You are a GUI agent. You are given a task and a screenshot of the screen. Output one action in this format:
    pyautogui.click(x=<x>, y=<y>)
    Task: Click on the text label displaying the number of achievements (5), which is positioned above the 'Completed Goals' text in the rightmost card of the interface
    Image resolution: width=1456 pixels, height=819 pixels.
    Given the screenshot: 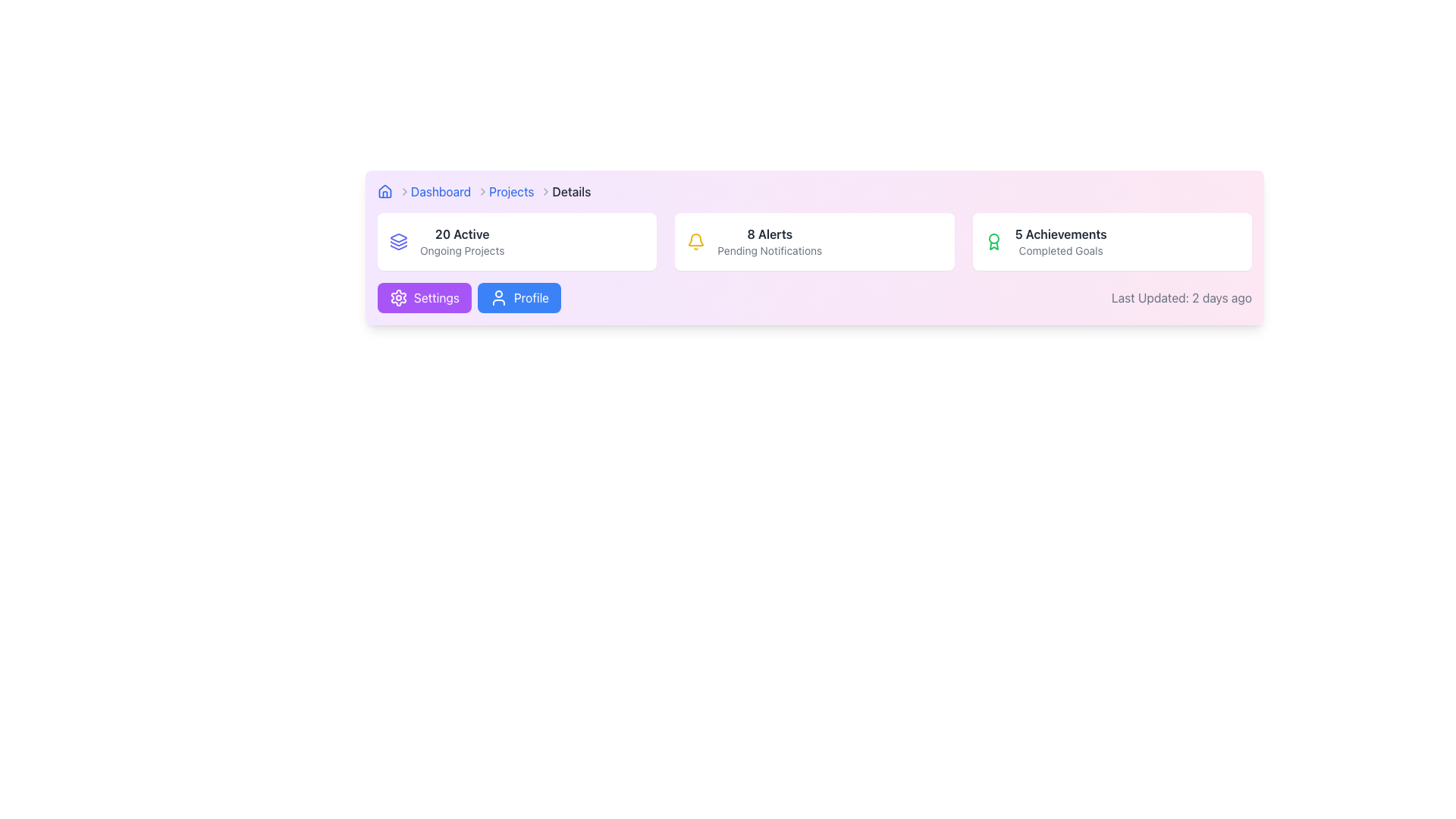 What is the action you would take?
    pyautogui.click(x=1060, y=234)
    